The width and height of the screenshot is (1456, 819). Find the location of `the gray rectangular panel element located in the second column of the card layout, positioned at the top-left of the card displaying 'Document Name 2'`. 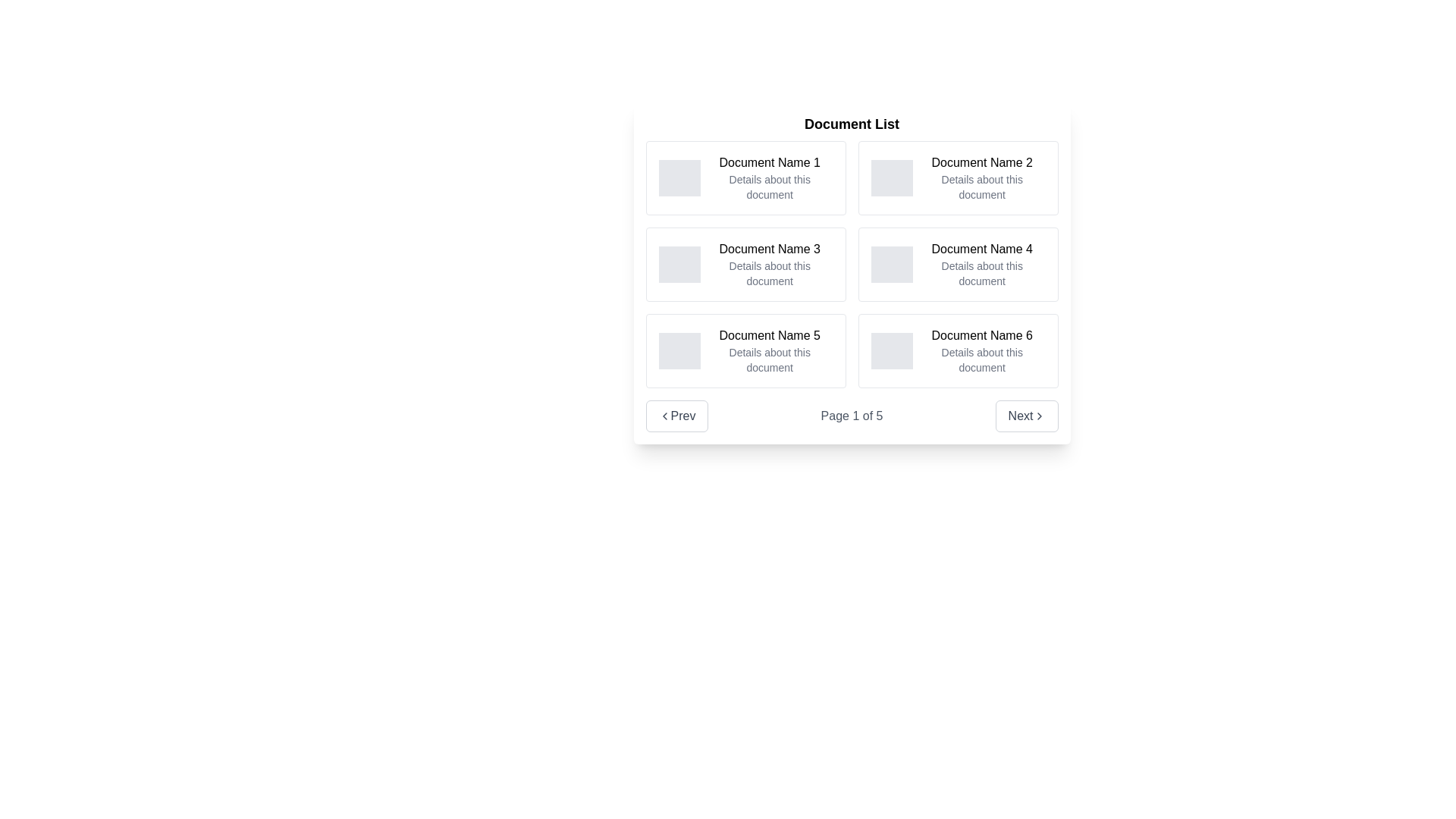

the gray rectangular panel element located in the second column of the card layout, positioned at the top-left of the card displaying 'Document Name 2' is located at coordinates (892, 177).